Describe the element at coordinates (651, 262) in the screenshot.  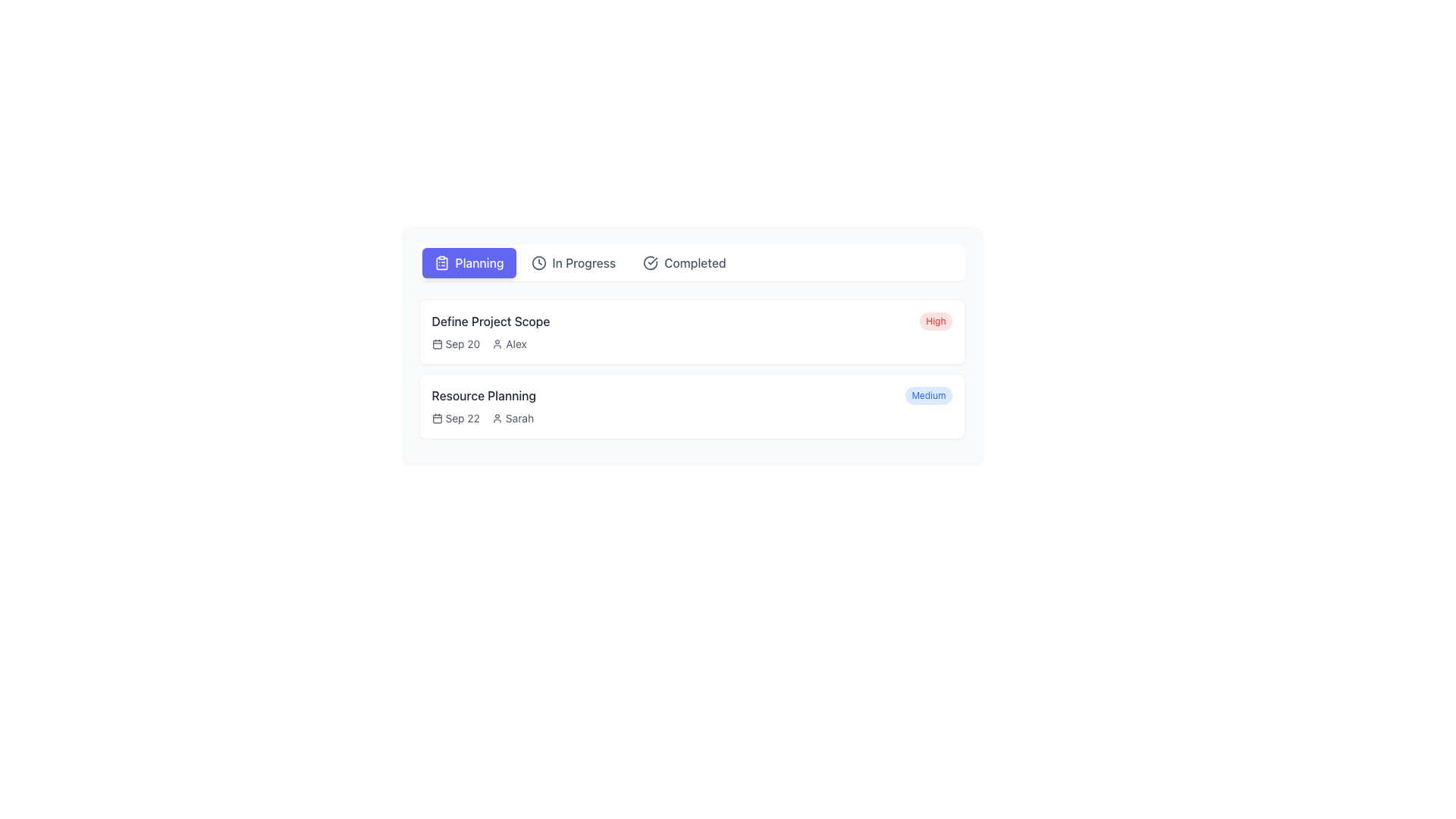
I see `the completion status icon located to the left of the 'Completed' text label in the tab-like navigation bar` at that location.